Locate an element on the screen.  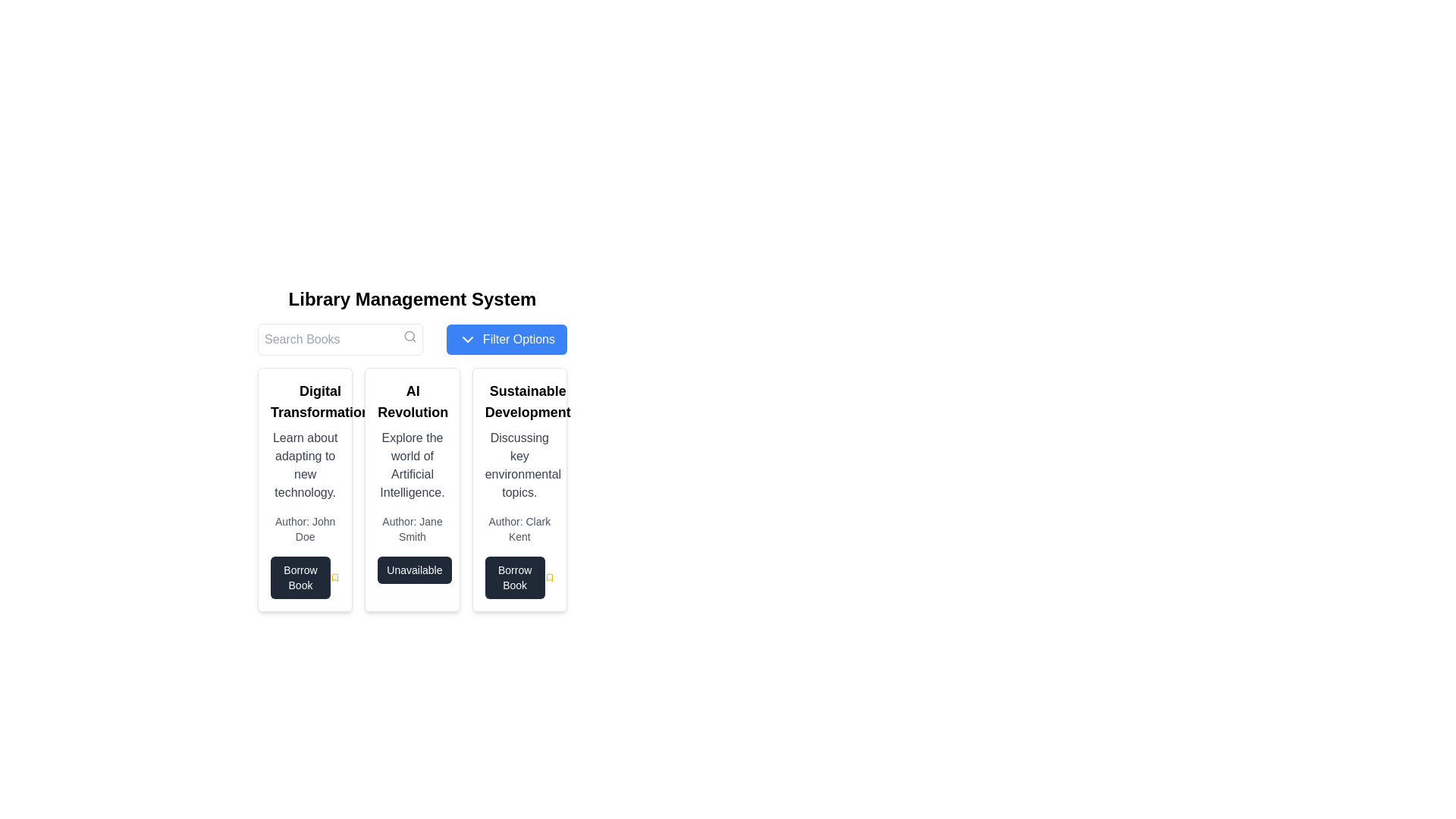
the text label displaying 'Author: John Doe' which is located beneath the description of the 'Digital Transformation' book and above the 'Borrow Book' button is located at coordinates (304, 529).